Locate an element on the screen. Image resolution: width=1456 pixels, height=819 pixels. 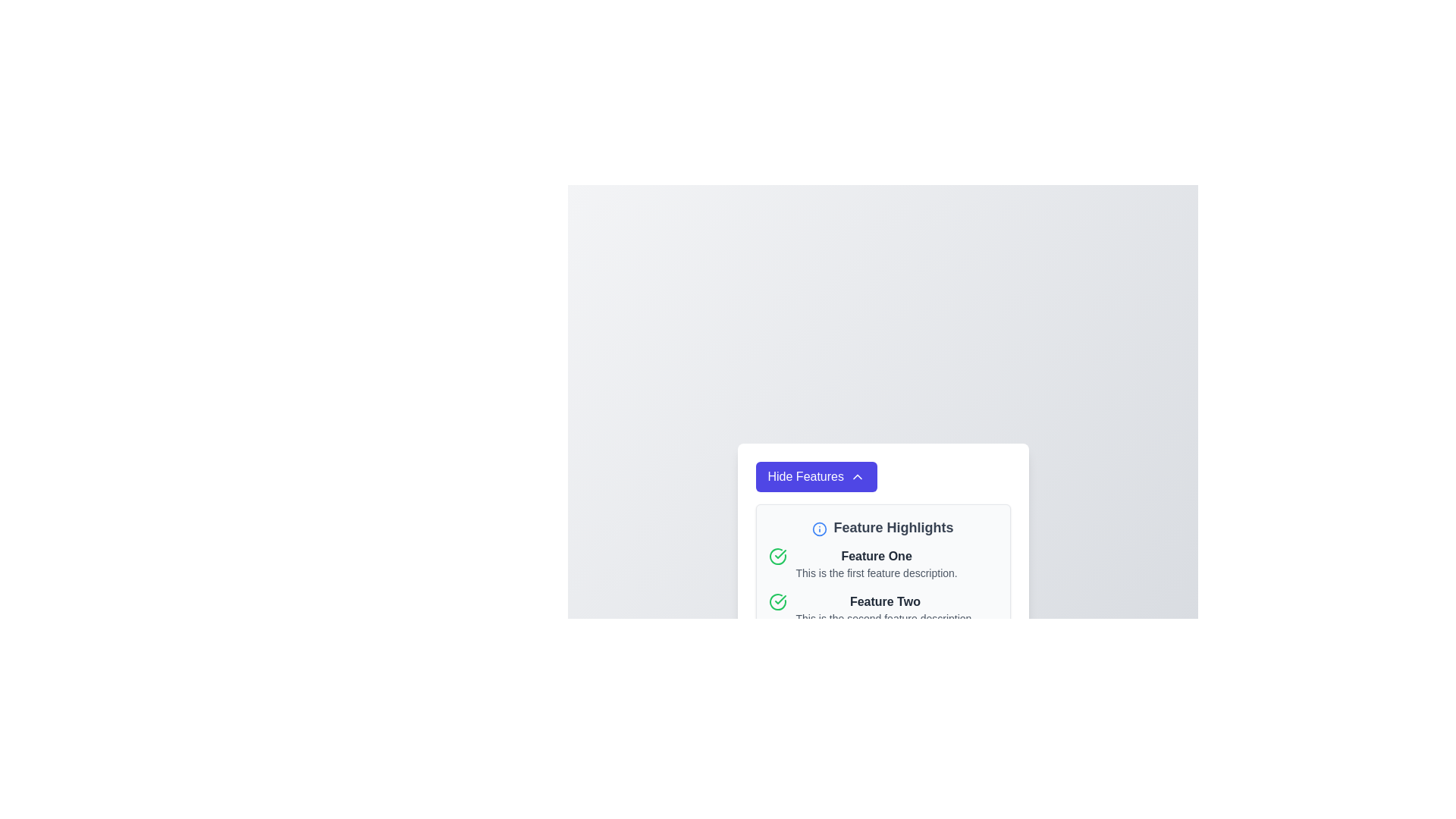
the Informational block titled 'Feature Two' with the description 'This is the second feature description.' is located at coordinates (883, 608).